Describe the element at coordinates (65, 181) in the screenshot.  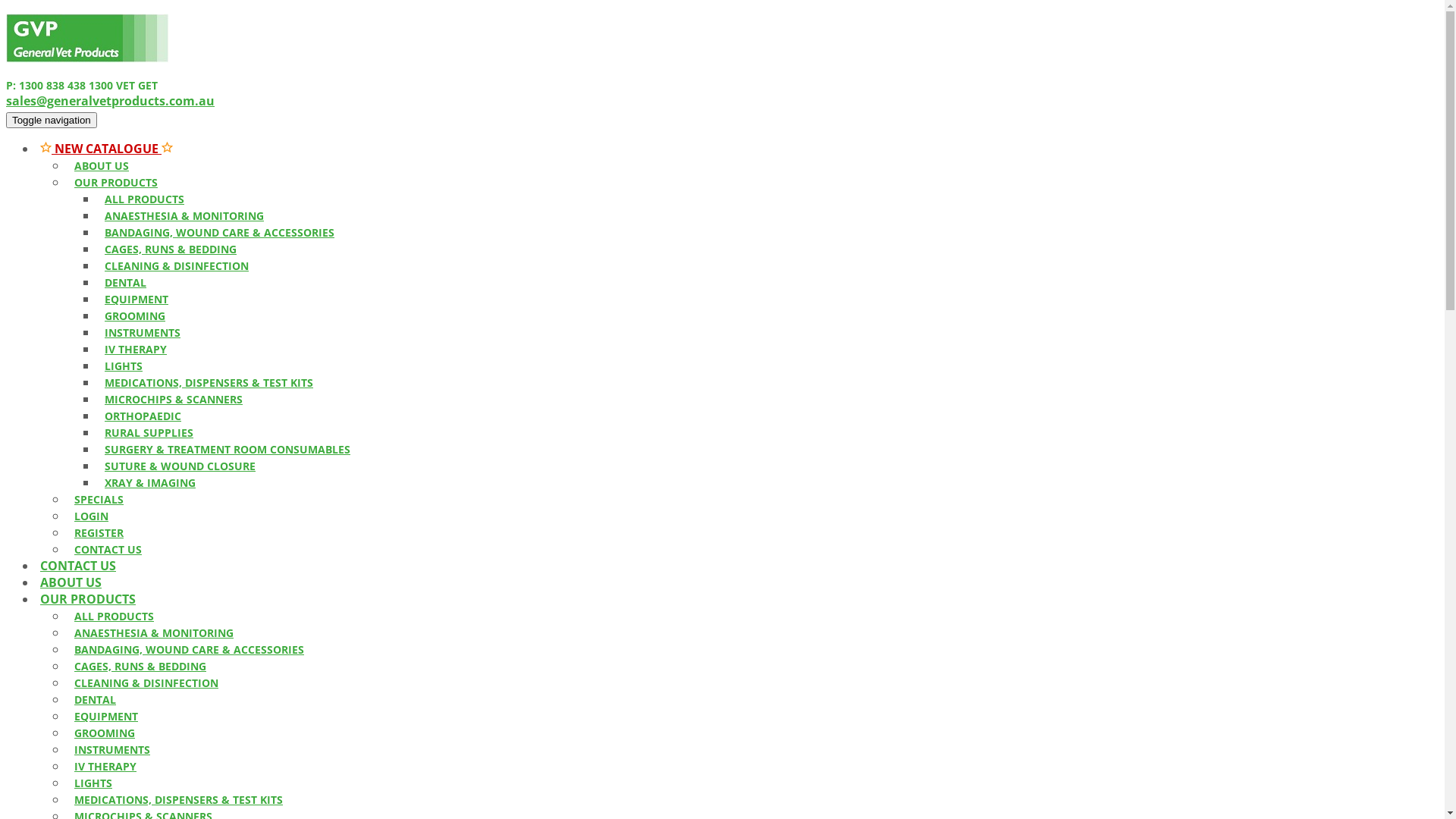
I see `'OUR PRODUCTS'` at that location.